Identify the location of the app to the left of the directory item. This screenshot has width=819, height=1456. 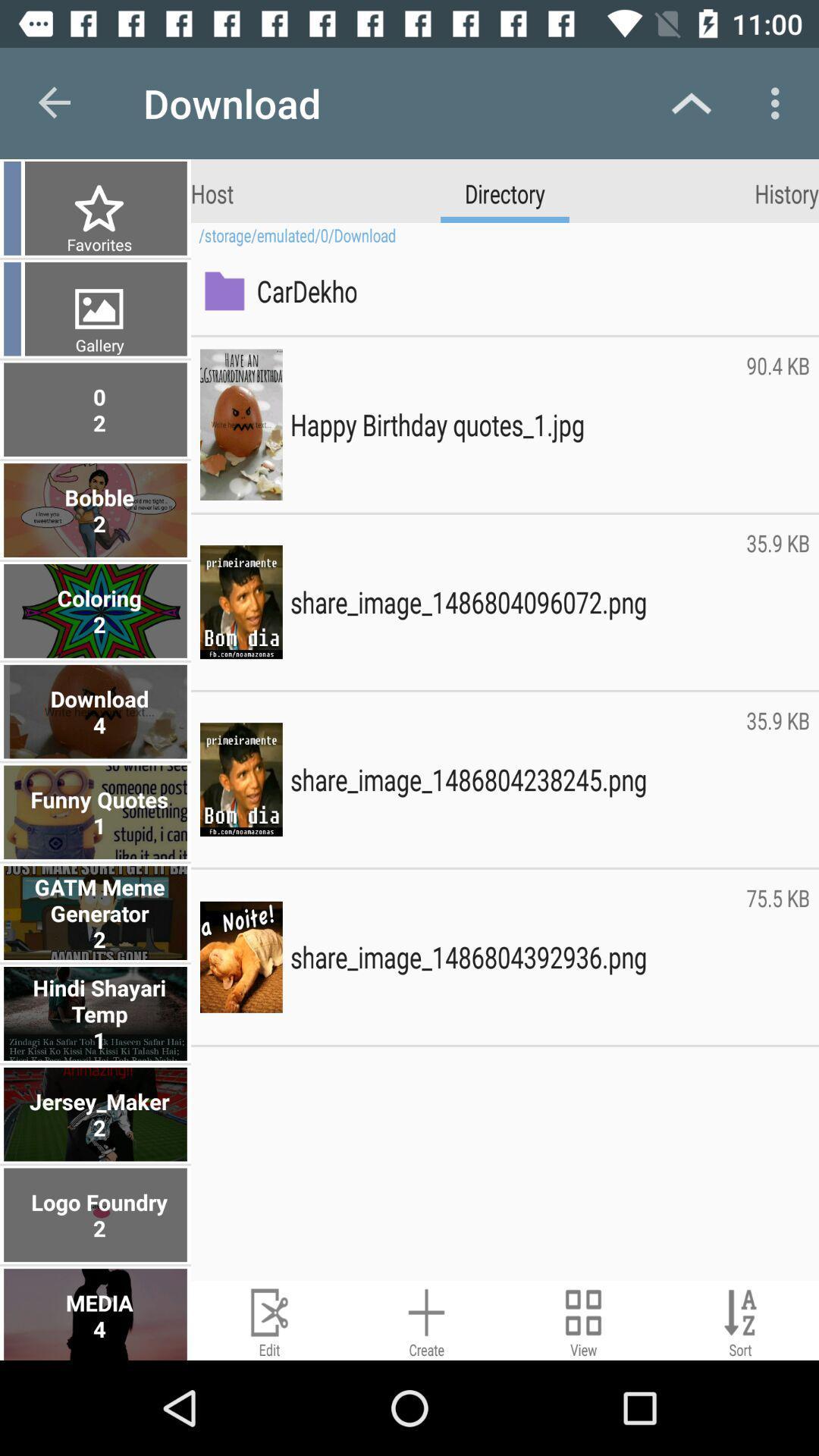
(212, 192).